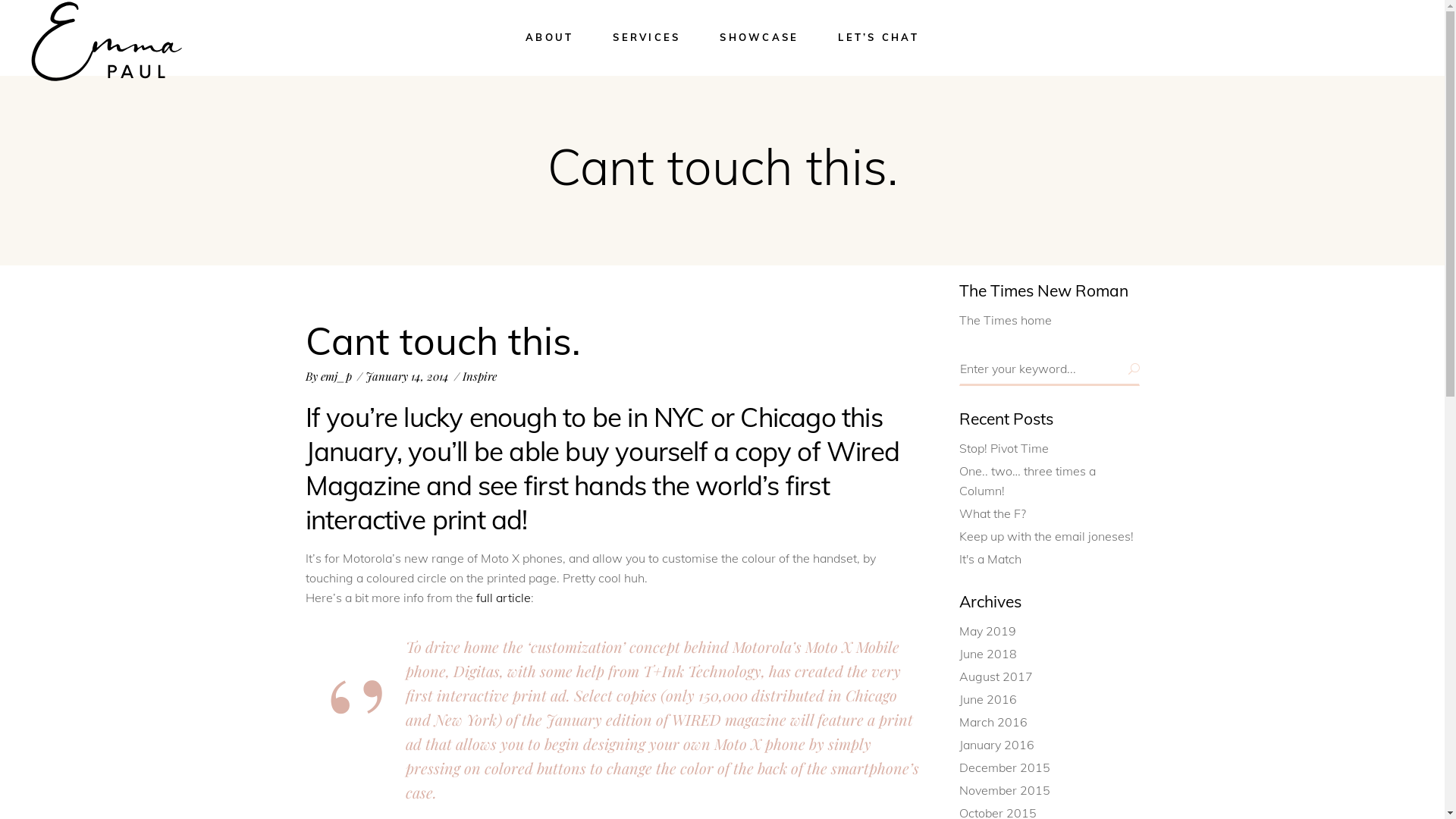  I want to click on 'Keep up with the email joneses!', so click(1046, 535).